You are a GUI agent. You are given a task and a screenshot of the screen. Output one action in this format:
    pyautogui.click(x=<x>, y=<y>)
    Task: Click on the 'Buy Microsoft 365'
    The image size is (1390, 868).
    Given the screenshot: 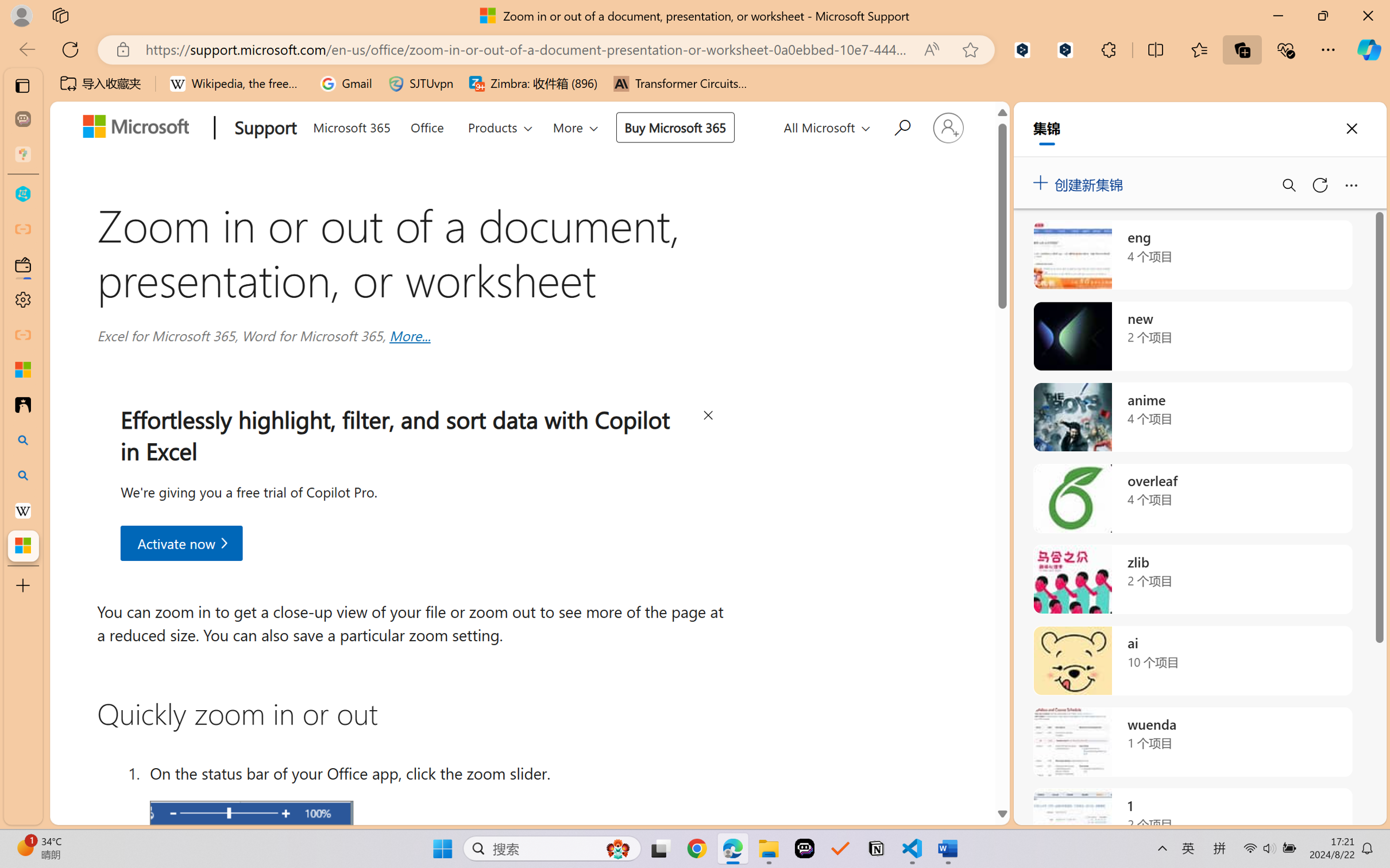 What is the action you would take?
    pyautogui.click(x=674, y=127)
    